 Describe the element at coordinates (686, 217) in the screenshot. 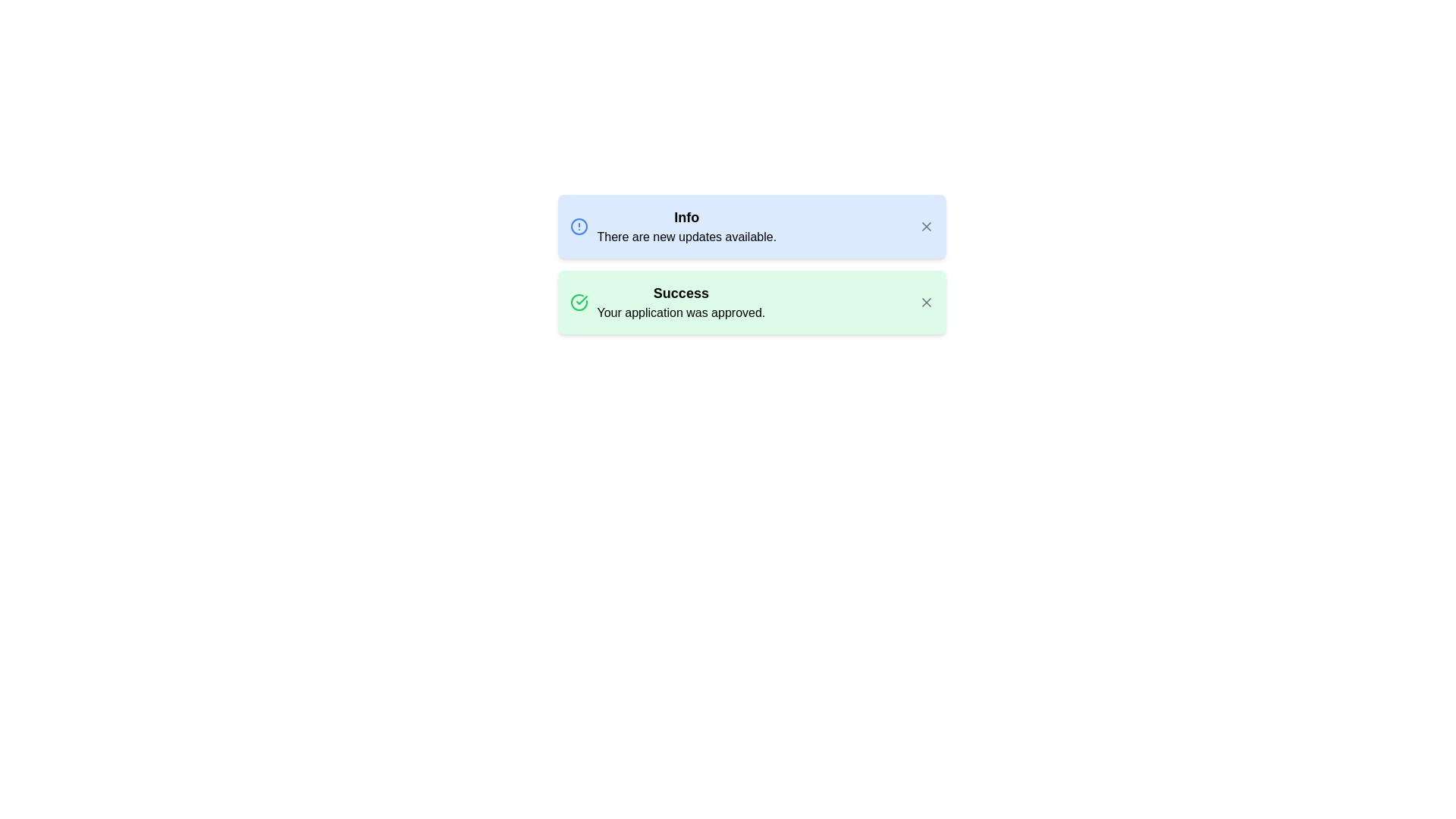

I see `bold text label displaying 'Info' prominently located in the notification area with a light blue background, positioned near the top left of the notification message box` at that location.